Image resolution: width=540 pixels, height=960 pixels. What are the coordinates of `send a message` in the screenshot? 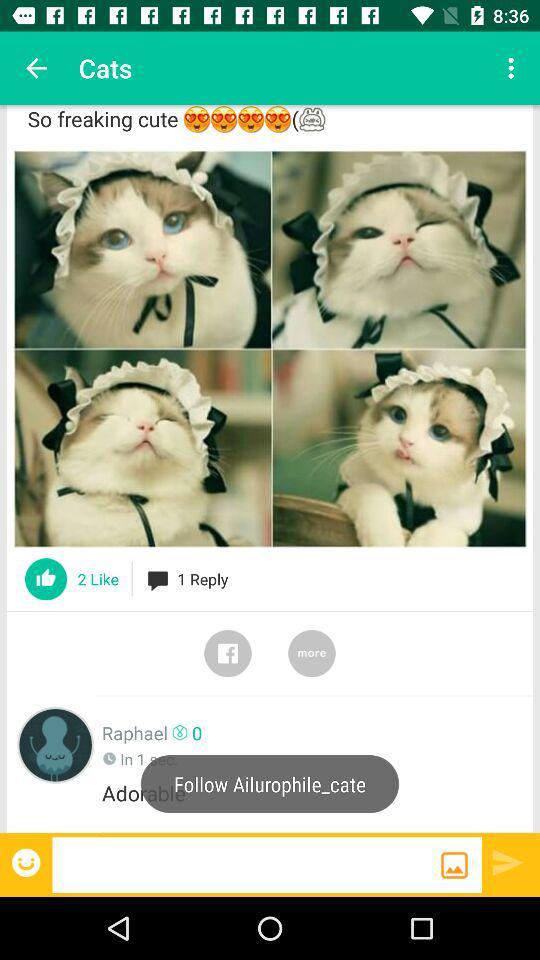 It's located at (246, 863).